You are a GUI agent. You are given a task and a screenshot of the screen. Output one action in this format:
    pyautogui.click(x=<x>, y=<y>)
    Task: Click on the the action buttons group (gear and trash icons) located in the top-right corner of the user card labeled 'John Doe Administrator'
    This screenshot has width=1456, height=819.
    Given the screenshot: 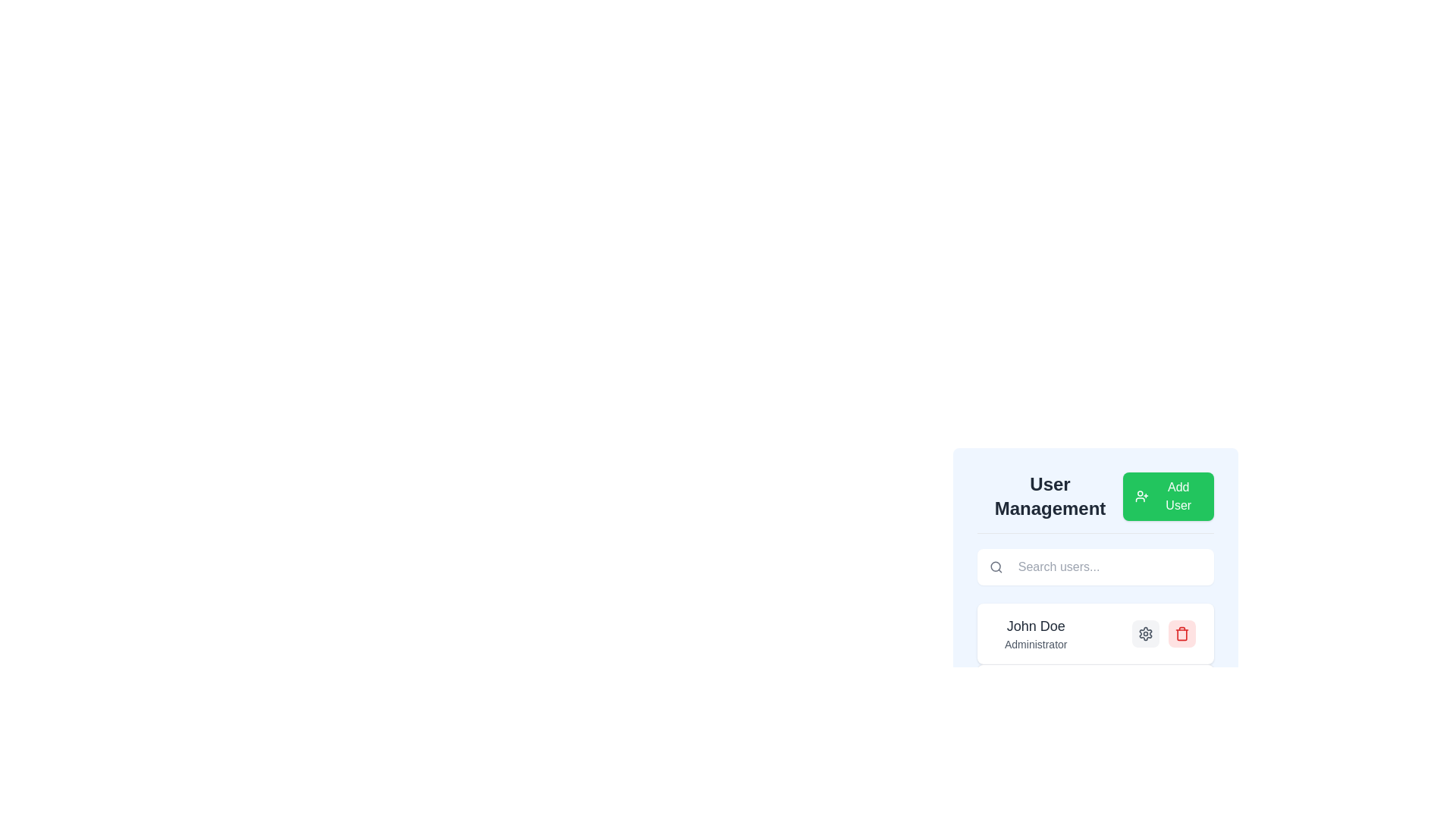 What is the action you would take?
    pyautogui.click(x=1163, y=634)
    